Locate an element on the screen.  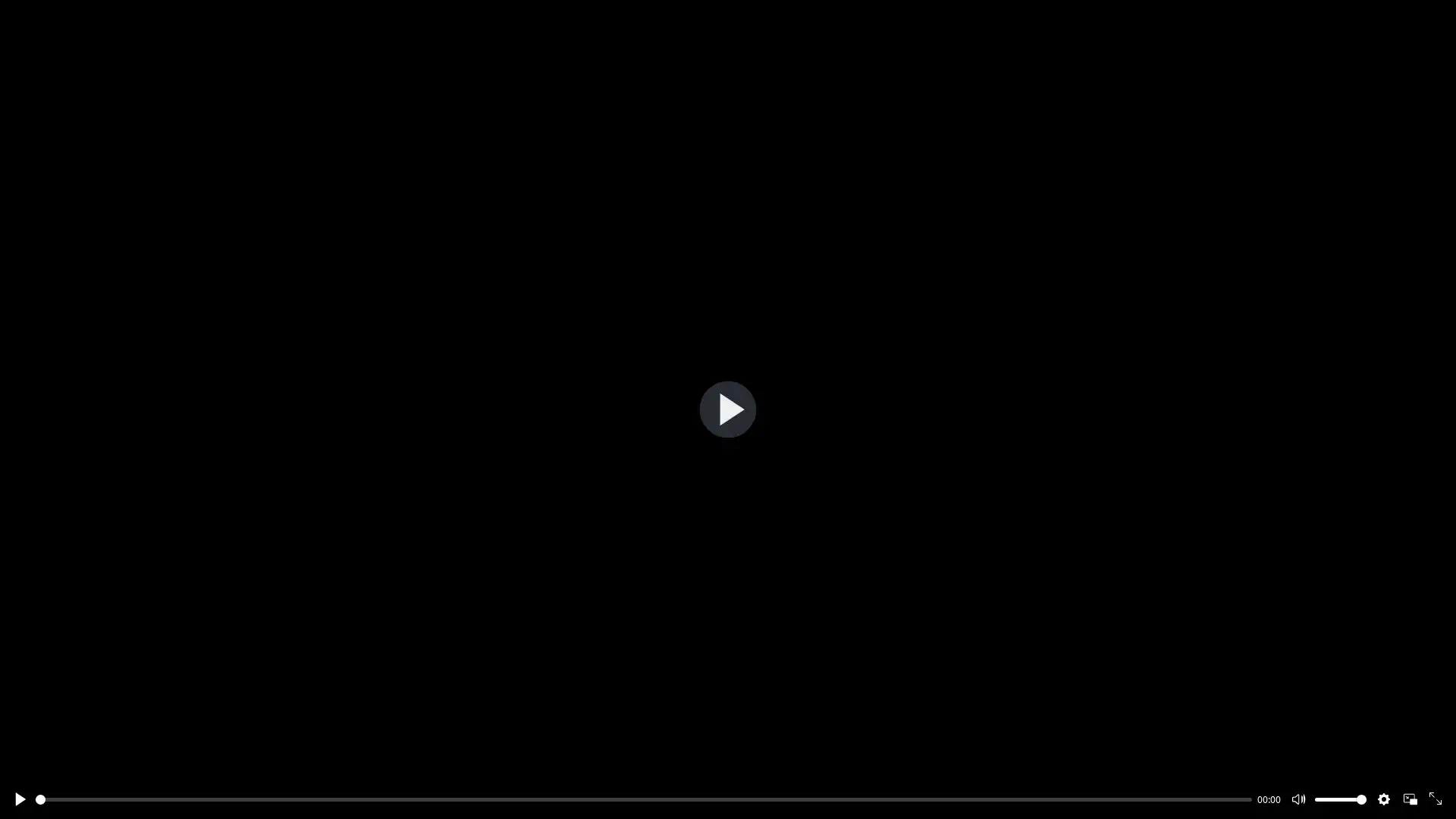
Starta uppspelning, Spelar det forebyggande arbetet nagon roll_ is located at coordinates (19, 798).